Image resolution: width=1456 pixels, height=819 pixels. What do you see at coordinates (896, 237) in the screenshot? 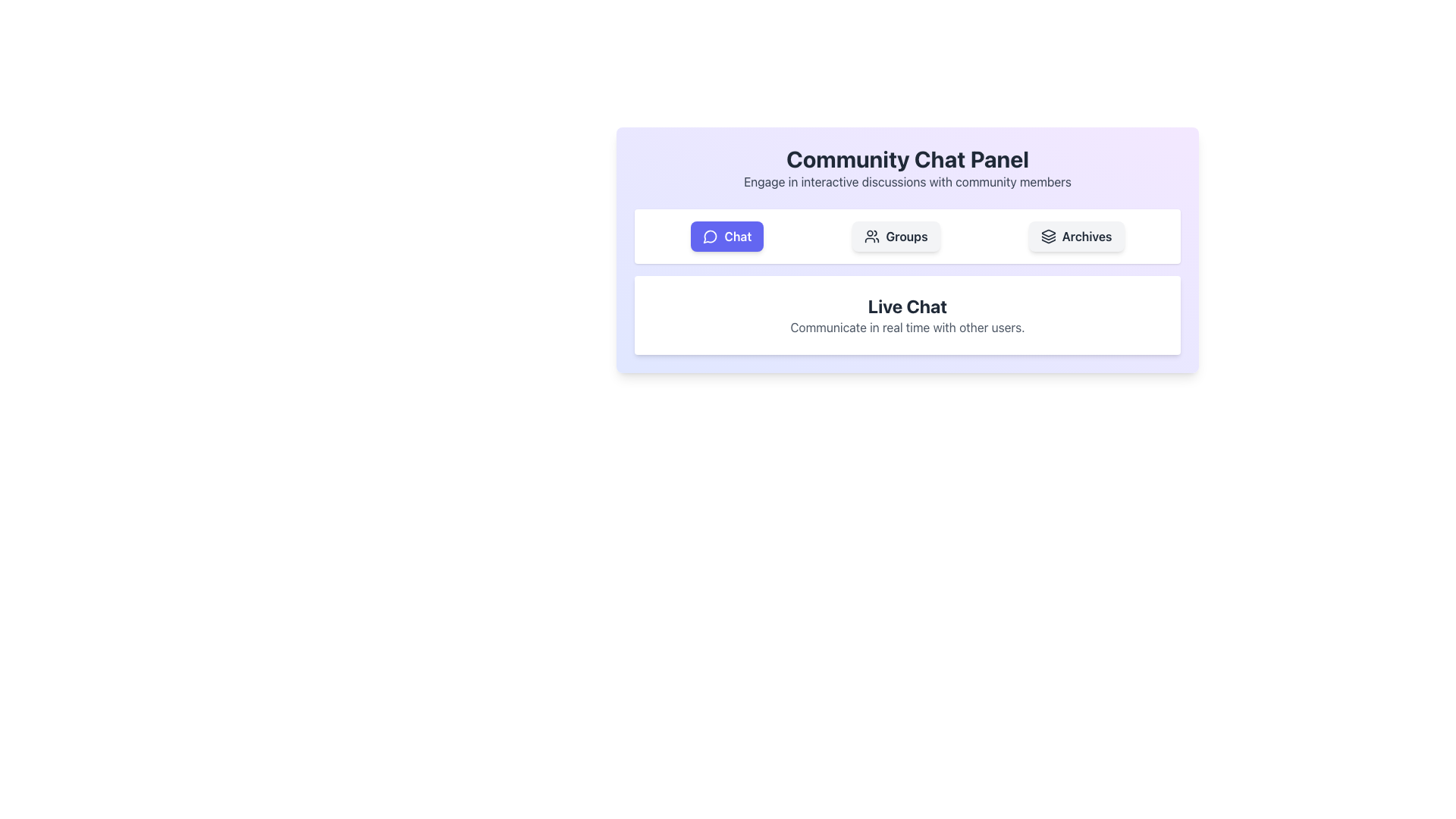
I see `the 'Groups' button, which is the second button in a horizontal row of three buttons` at bounding box center [896, 237].